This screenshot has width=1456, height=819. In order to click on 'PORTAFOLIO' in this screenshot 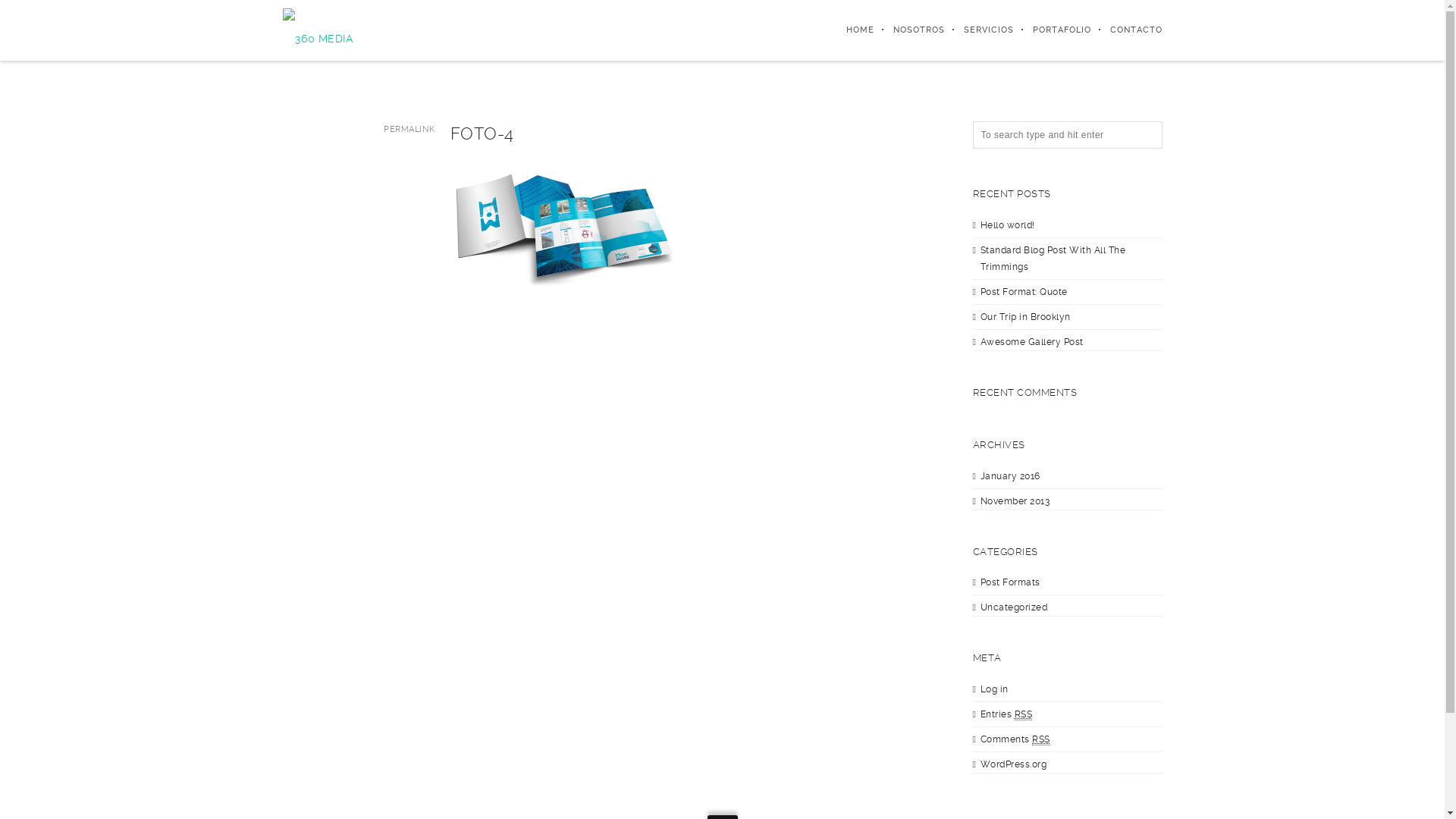, I will do `click(1012, 30)`.